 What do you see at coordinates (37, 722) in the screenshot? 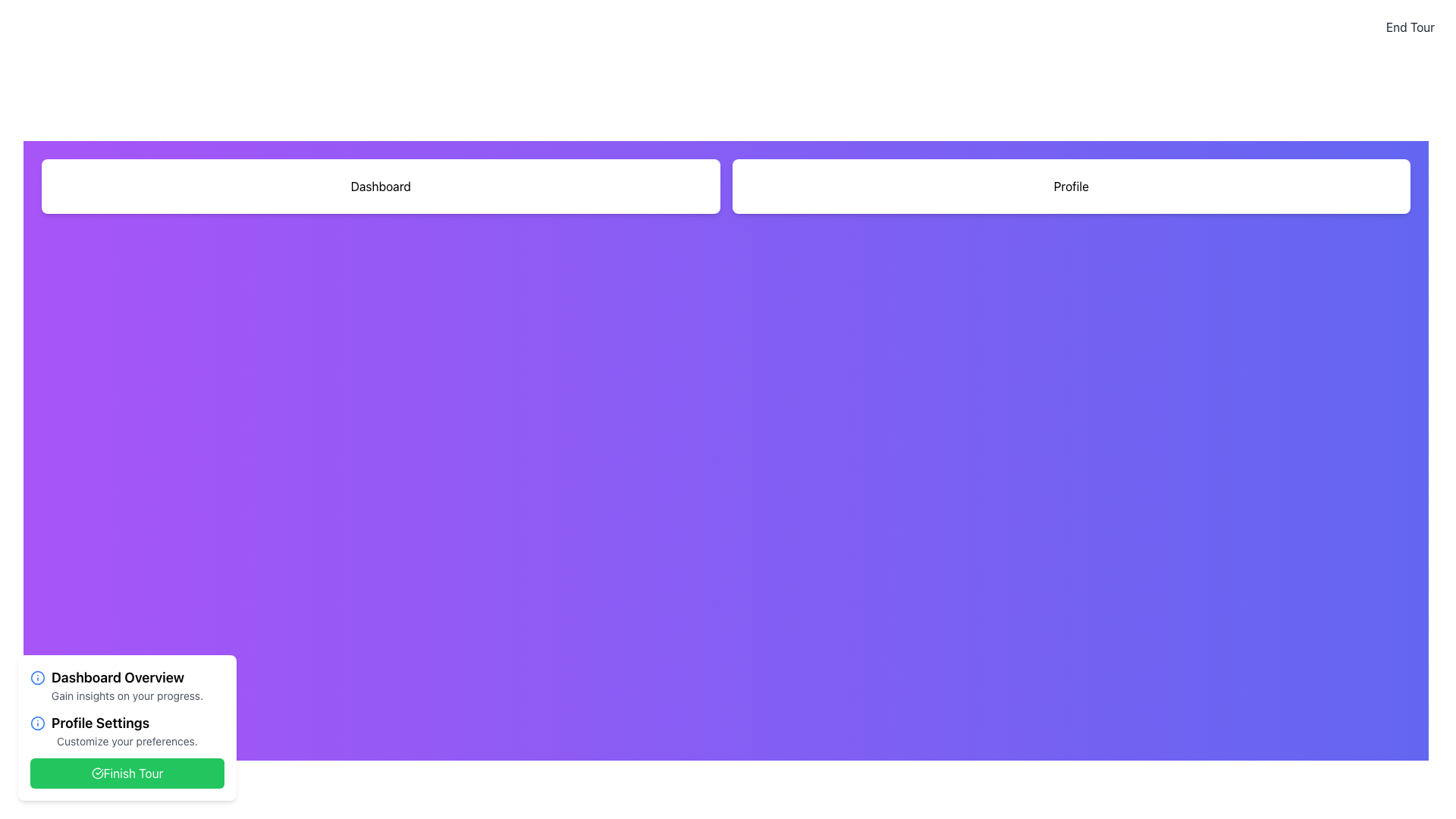
I see `the Decorative Icon, which is a circular outline with a blue stroke located next to the 'Dashboard Overview' text in the bottom-left corner of the interface` at bounding box center [37, 722].